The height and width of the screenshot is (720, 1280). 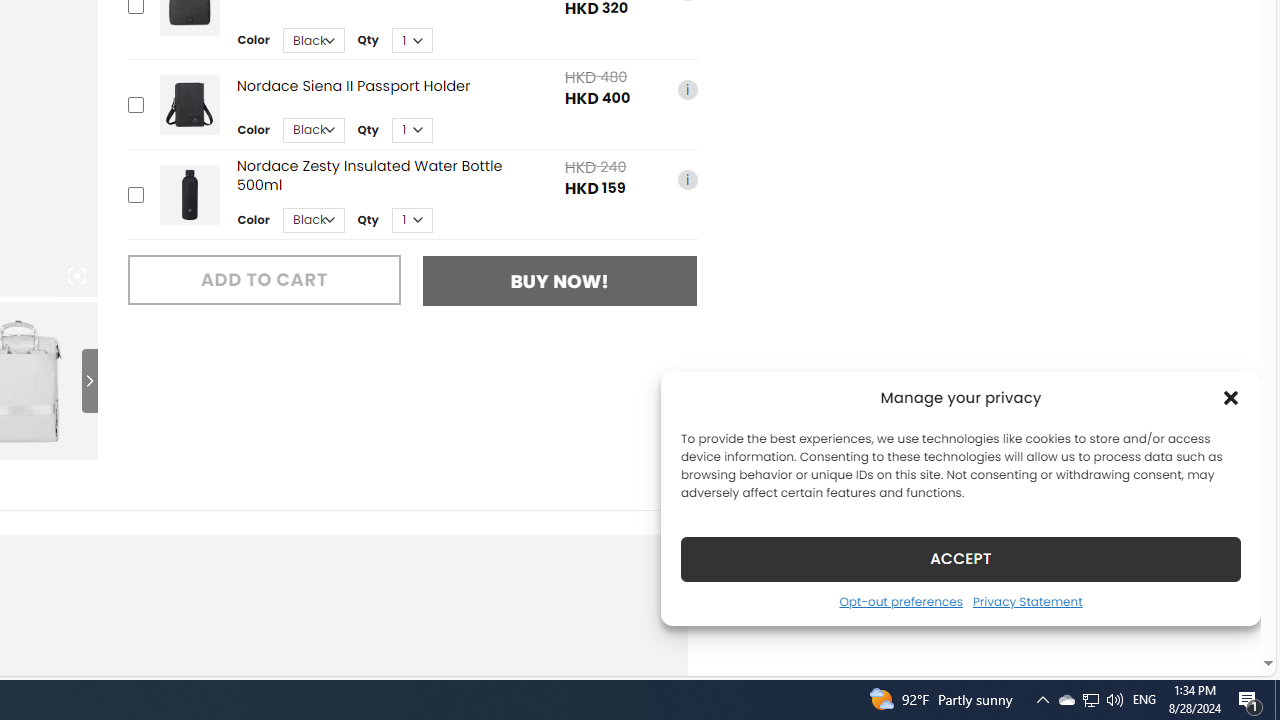 I want to click on 'Class: iconic-woothumbs-fullscreen', so click(x=76, y=276).